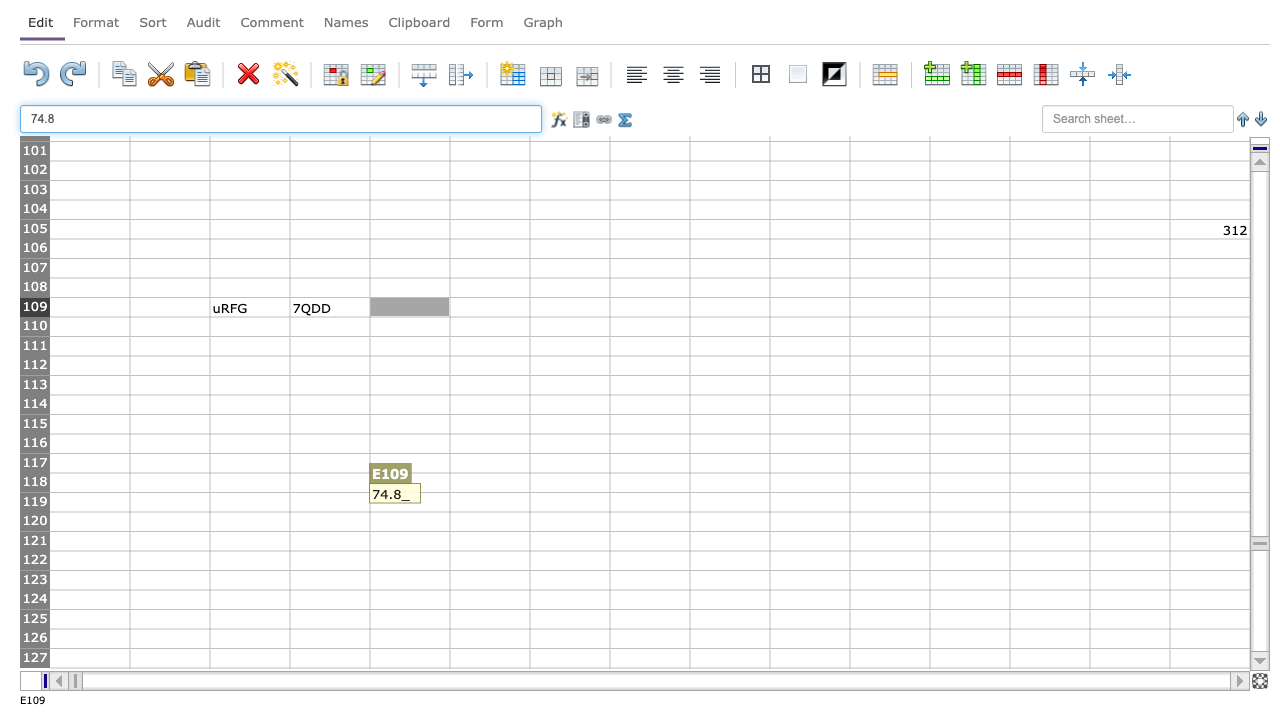  I want to click on Place cursor in H119, so click(649, 501).